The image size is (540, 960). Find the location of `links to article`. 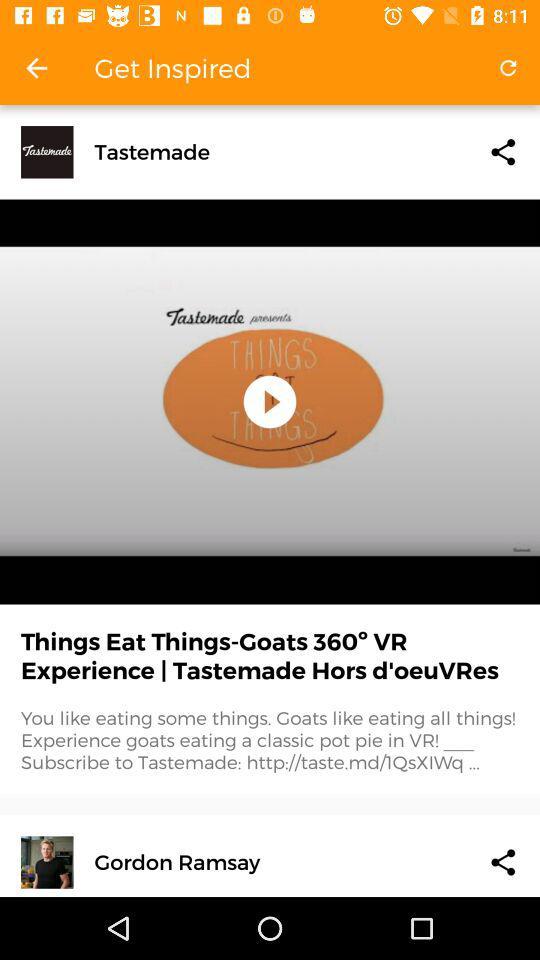

links to article is located at coordinates (502, 151).